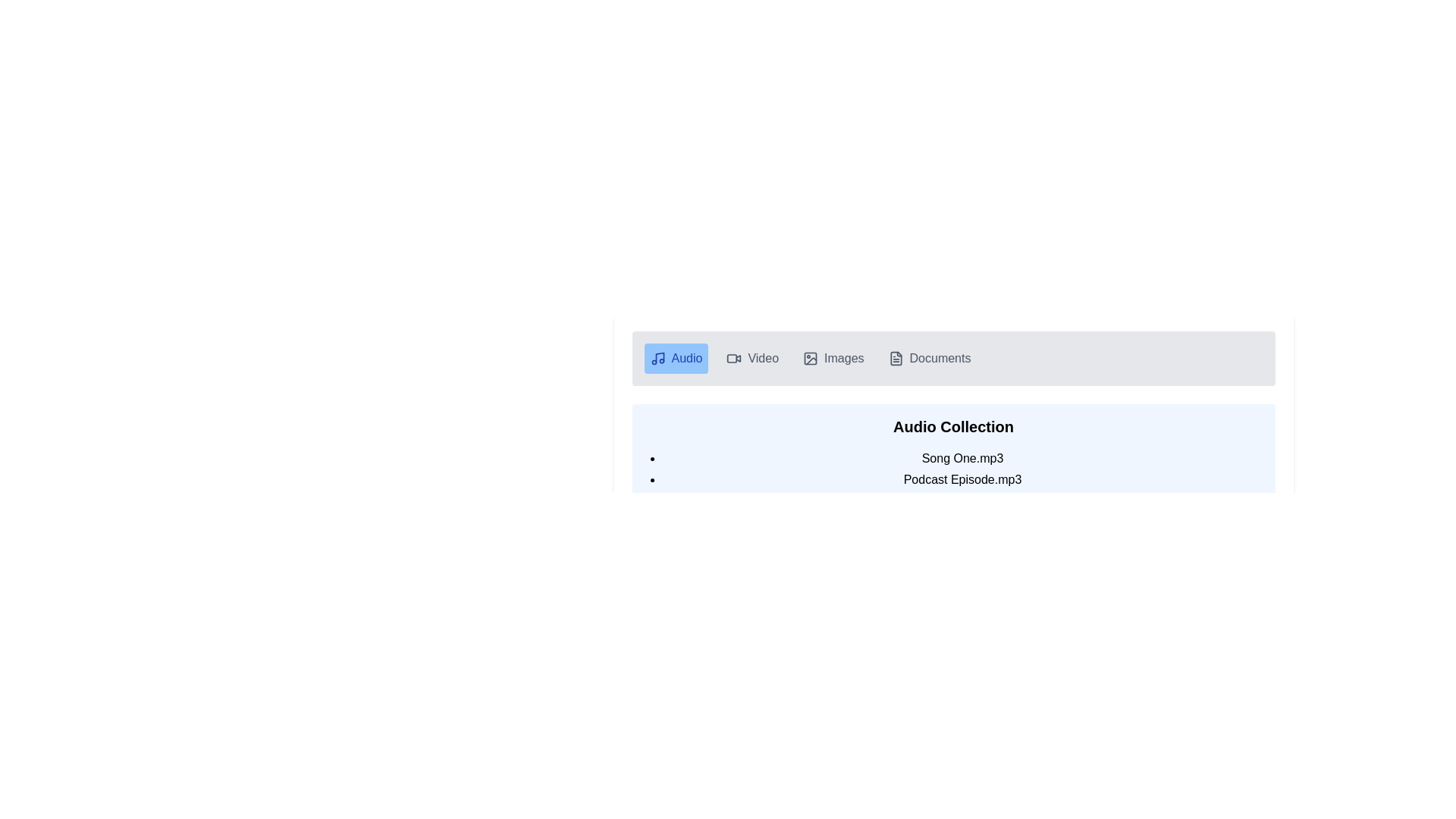  What do you see at coordinates (810, 359) in the screenshot?
I see `the SVG Icon representing the 'Images' section in the navigation menu` at bounding box center [810, 359].